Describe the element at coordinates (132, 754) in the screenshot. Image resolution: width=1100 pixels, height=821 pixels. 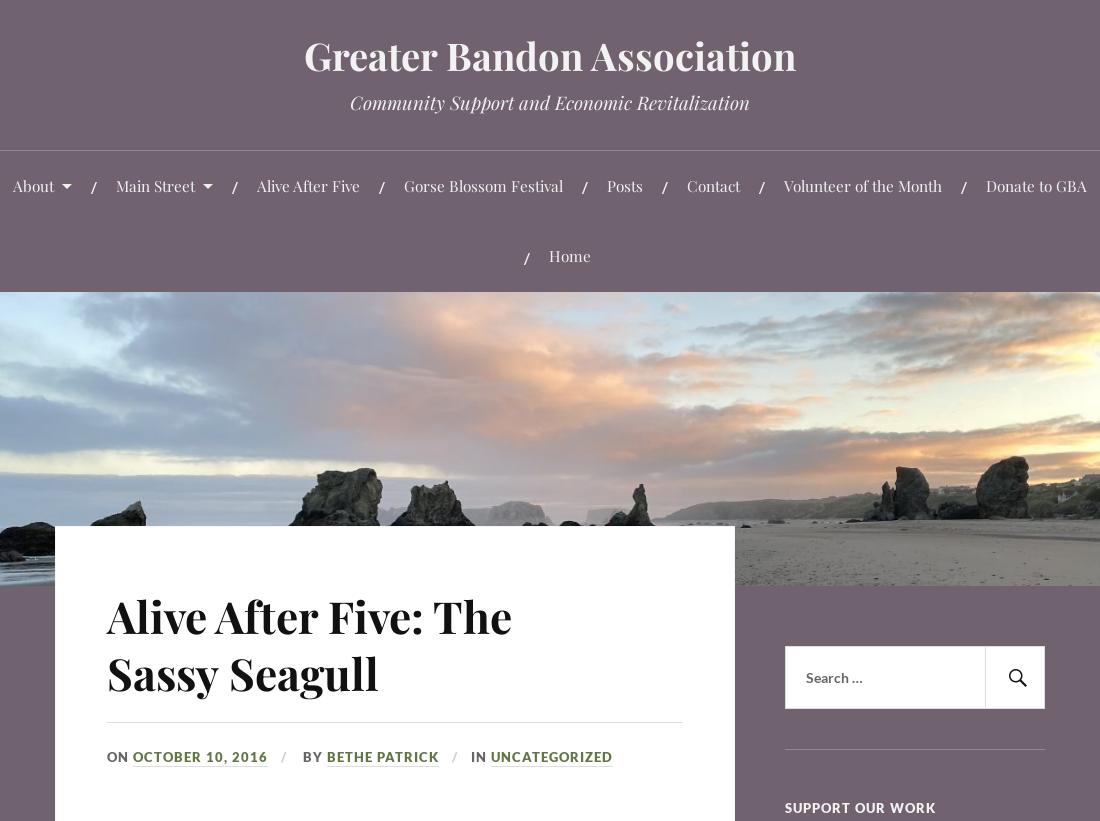
I see `'October 10, 2016'` at that location.